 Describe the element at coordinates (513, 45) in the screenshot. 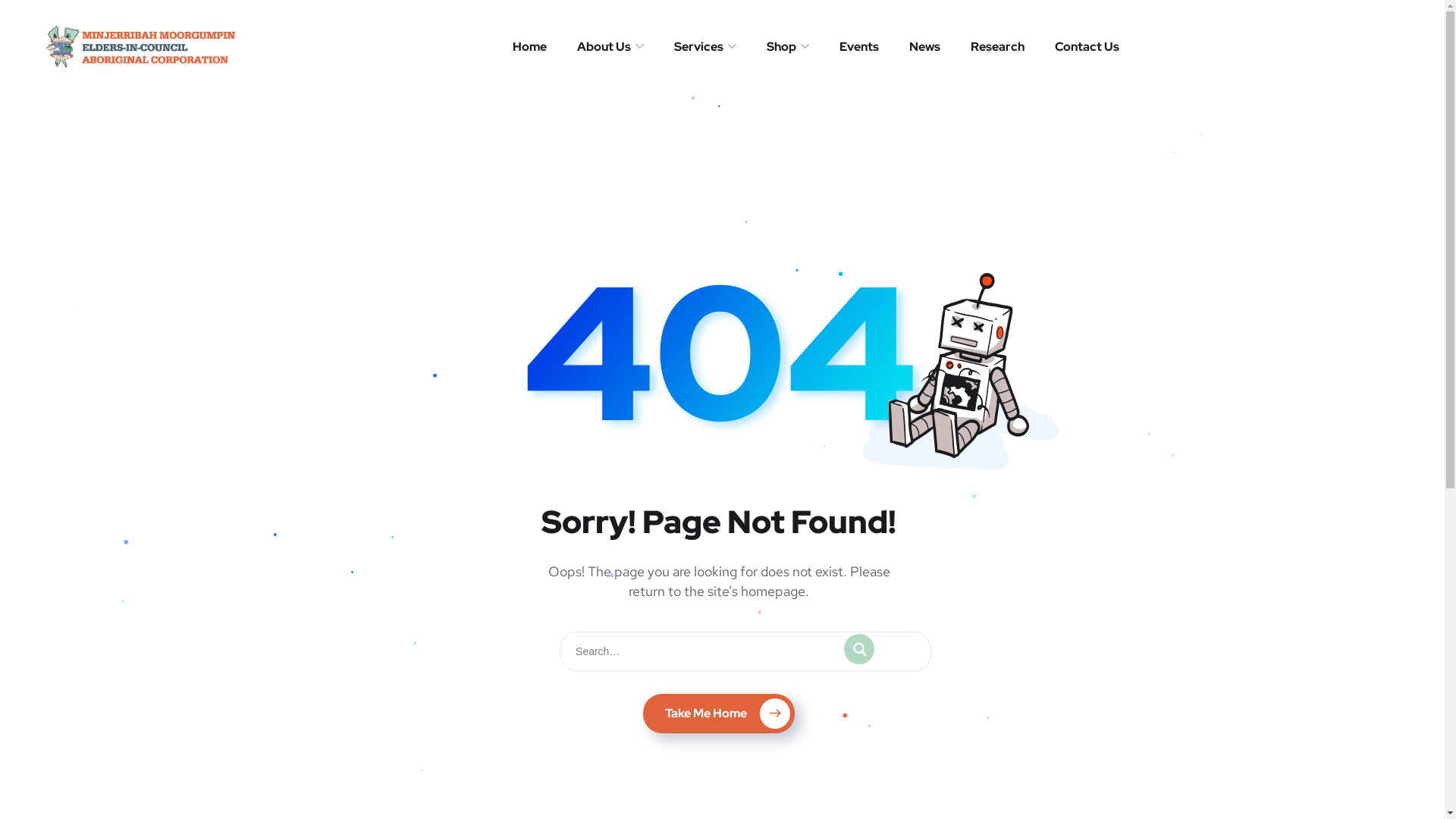

I see `'Home'` at that location.